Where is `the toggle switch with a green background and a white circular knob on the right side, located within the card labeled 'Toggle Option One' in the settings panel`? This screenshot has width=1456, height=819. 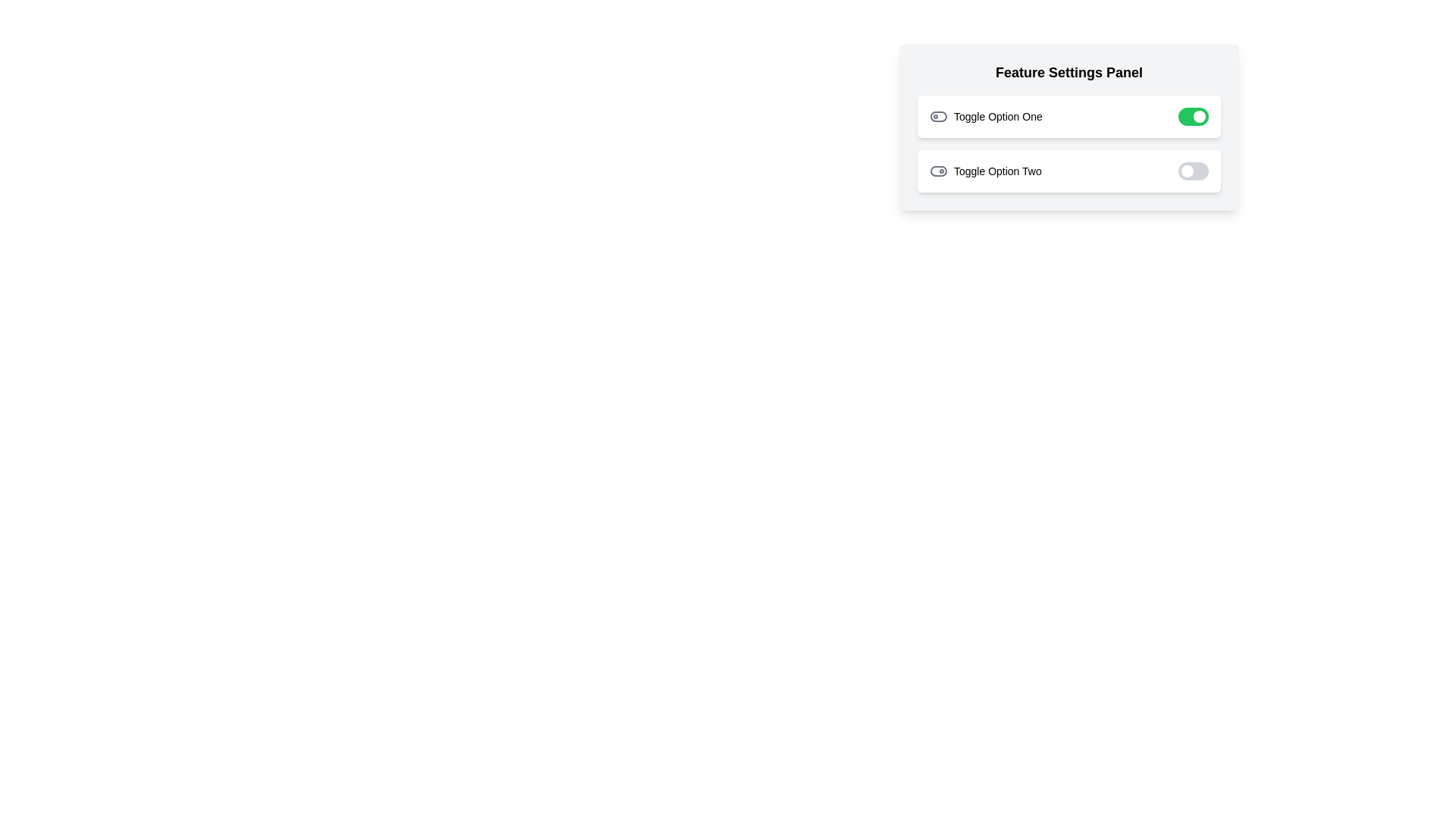 the toggle switch with a green background and a white circular knob on the right side, located within the card labeled 'Toggle Option One' in the settings panel is located at coordinates (1193, 116).